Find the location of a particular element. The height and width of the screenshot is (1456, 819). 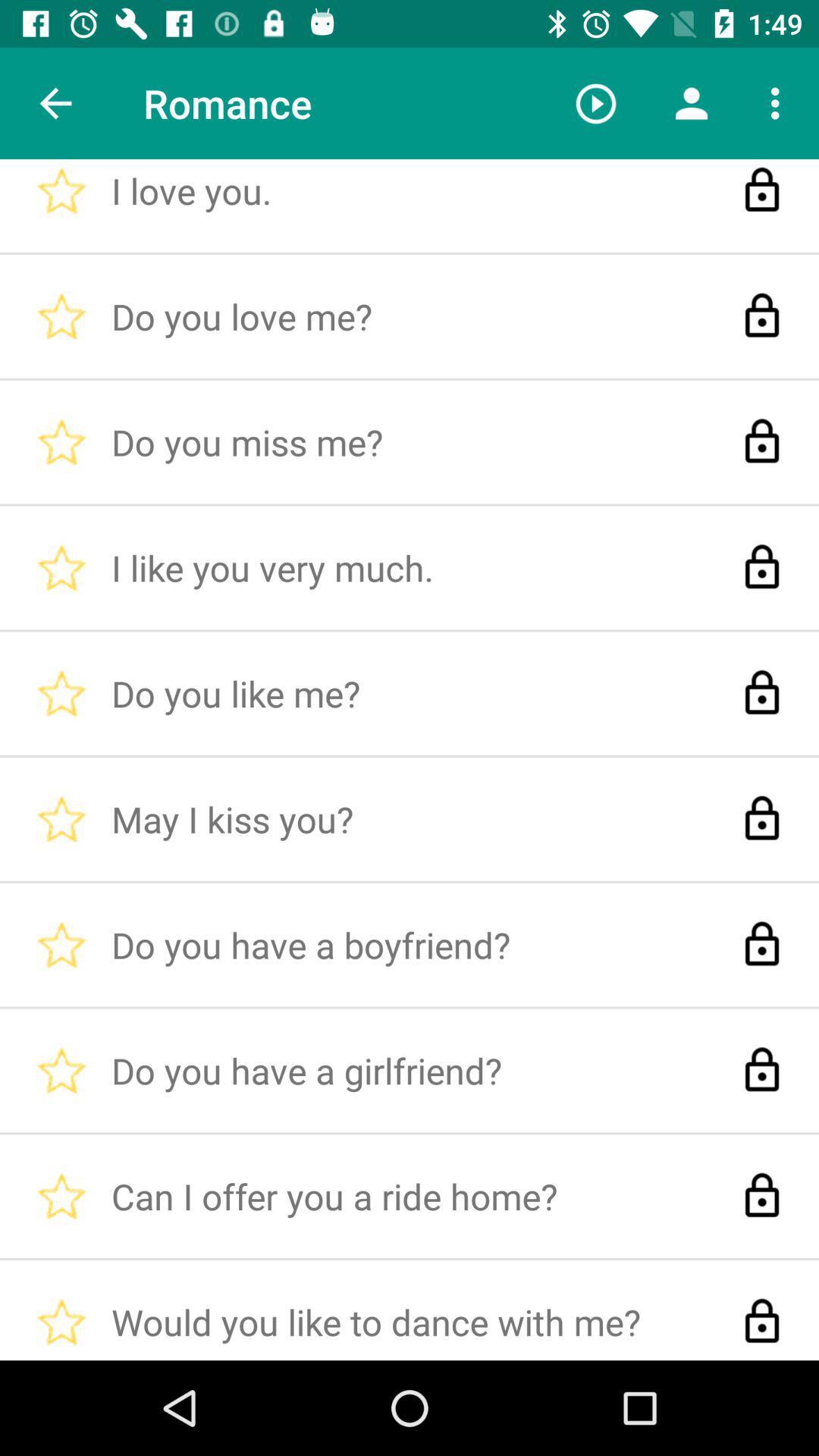

second lock symbol from the top is located at coordinates (762, 315).